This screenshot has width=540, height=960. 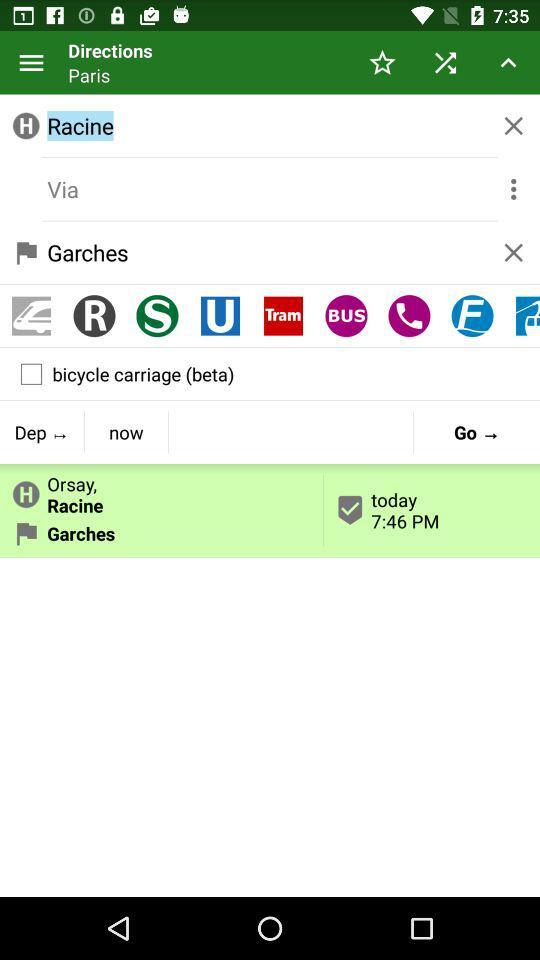 I want to click on item to the left of now button, so click(x=42, y=432).